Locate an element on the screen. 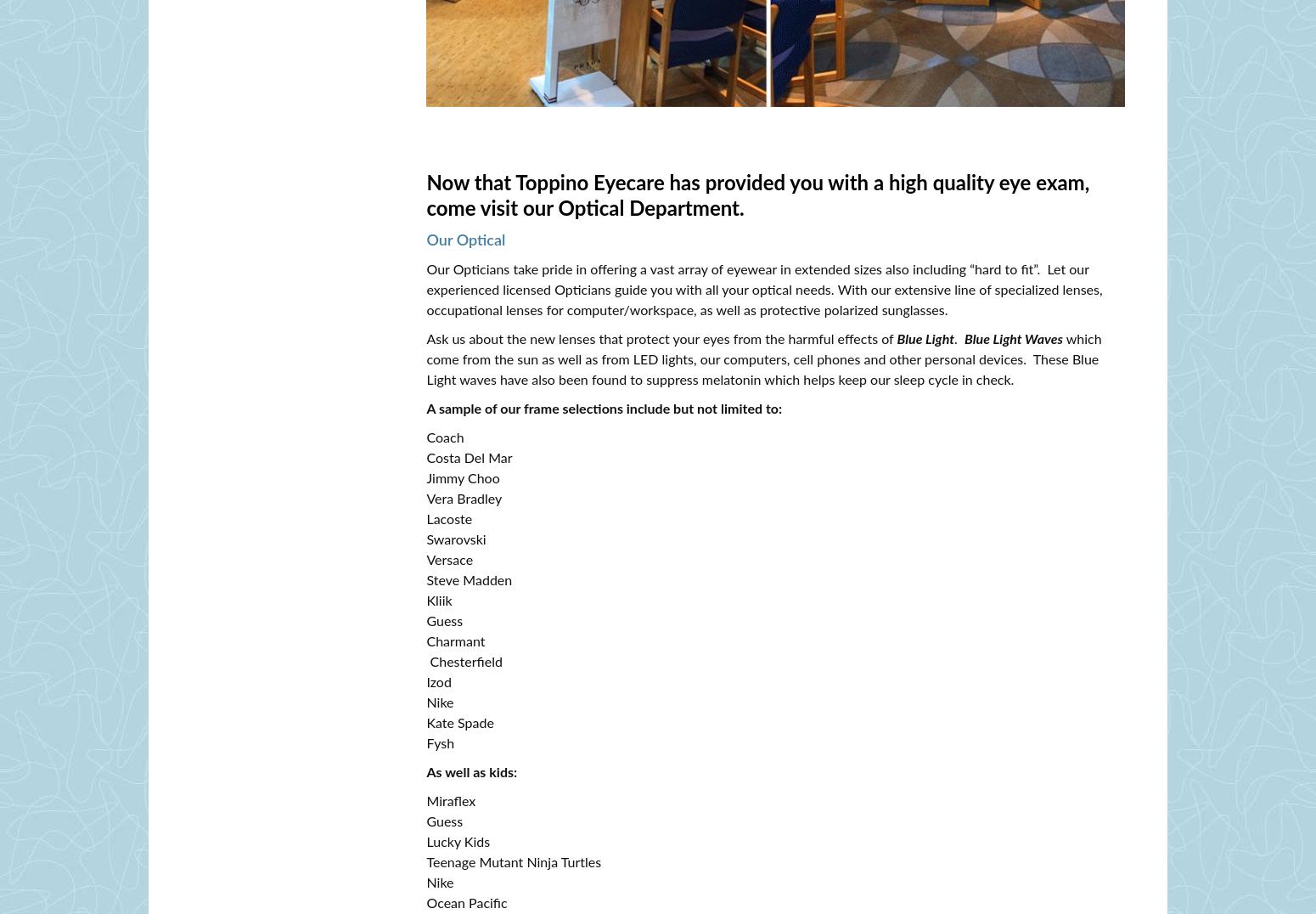 Image resolution: width=1316 pixels, height=914 pixels. 'Vera Bradley' is located at coordinates (464, 499).